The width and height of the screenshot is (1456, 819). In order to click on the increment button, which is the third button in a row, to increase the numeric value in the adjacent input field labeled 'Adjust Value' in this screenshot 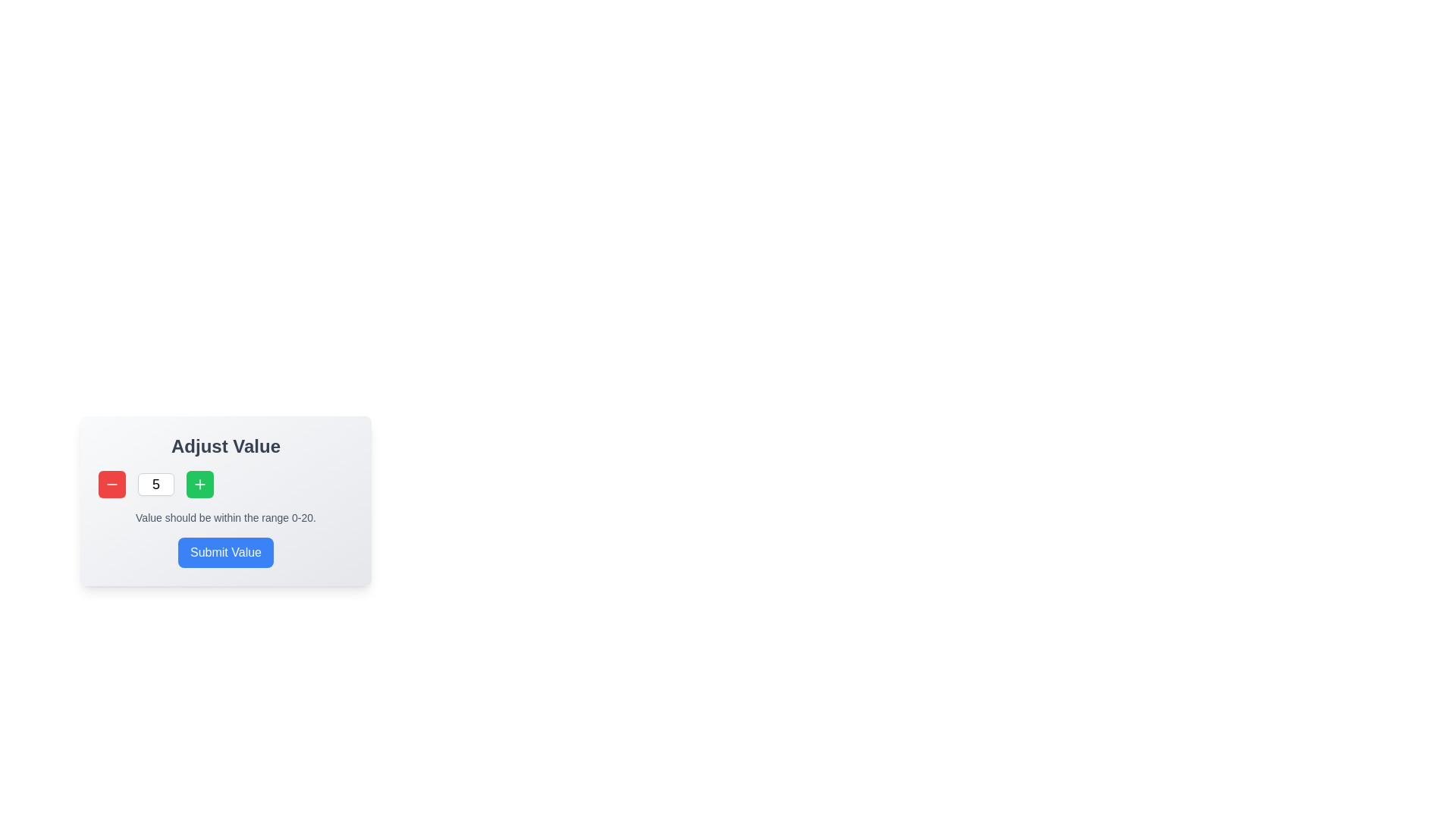, I will do `click(199, 485)`.